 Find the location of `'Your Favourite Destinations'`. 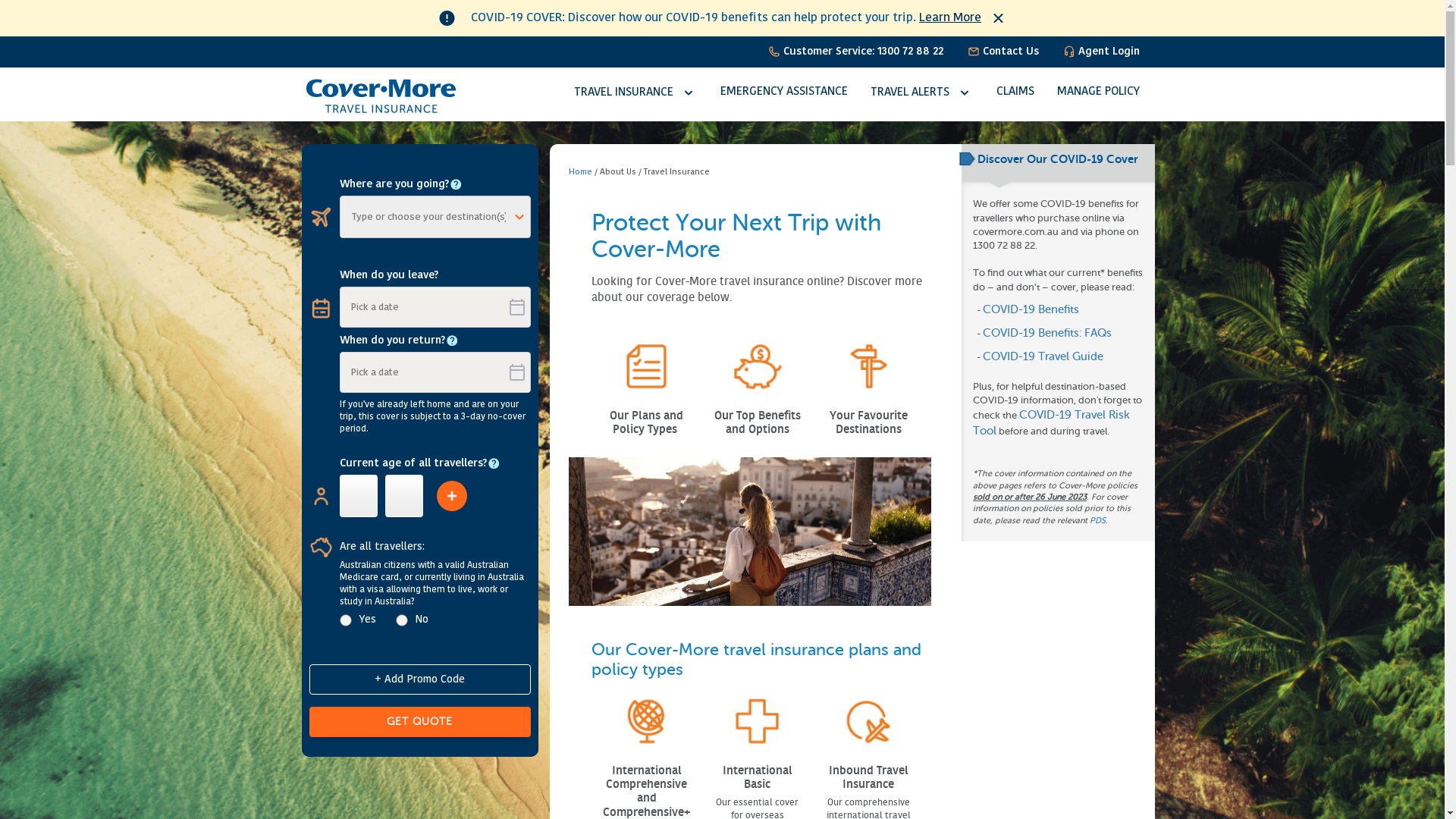

'Your Favourite Destinations' is located at coordinates (868, 422).